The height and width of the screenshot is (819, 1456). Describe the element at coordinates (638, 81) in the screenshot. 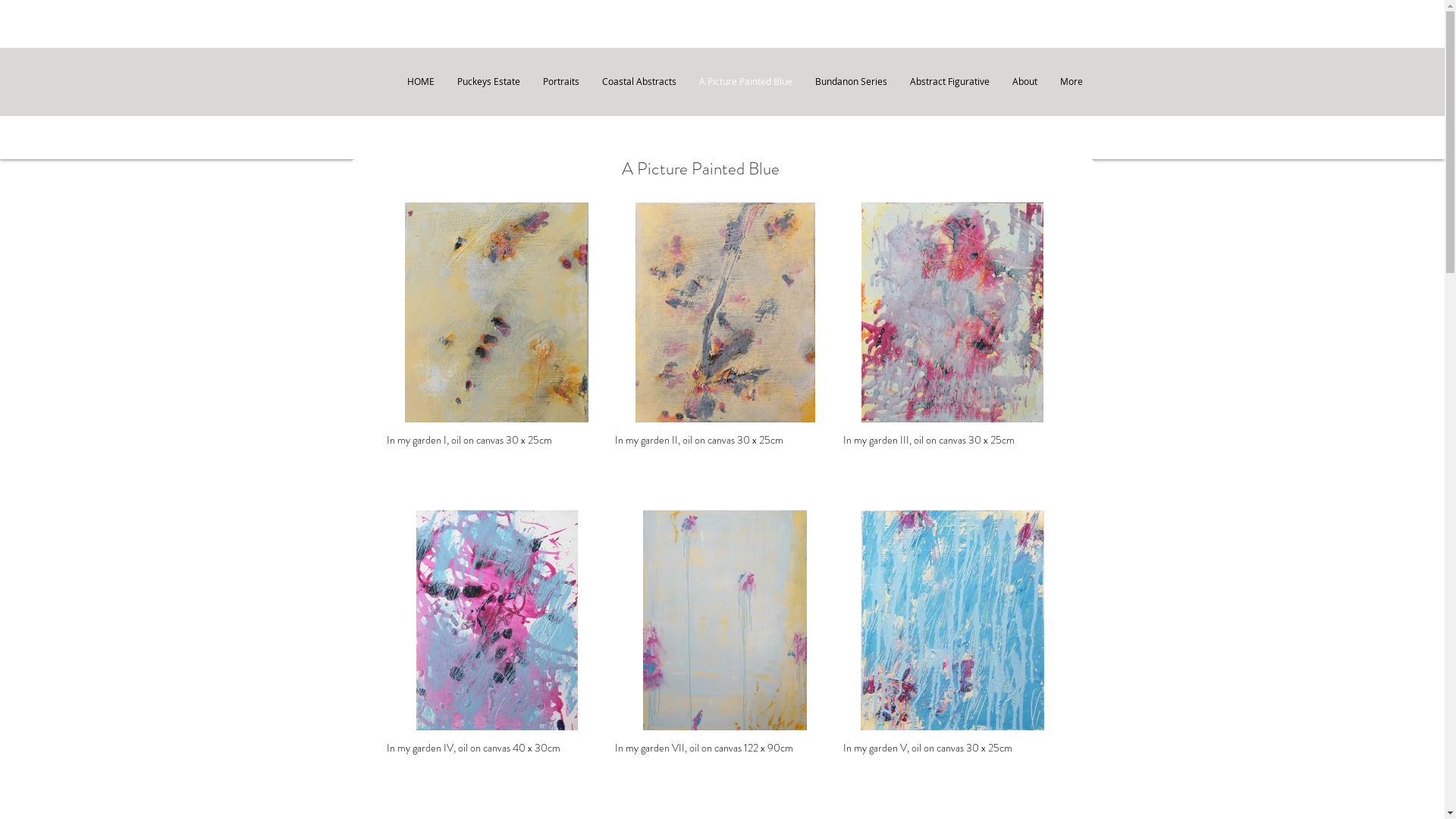

I see `'Coastal Abstracts'` at that location.